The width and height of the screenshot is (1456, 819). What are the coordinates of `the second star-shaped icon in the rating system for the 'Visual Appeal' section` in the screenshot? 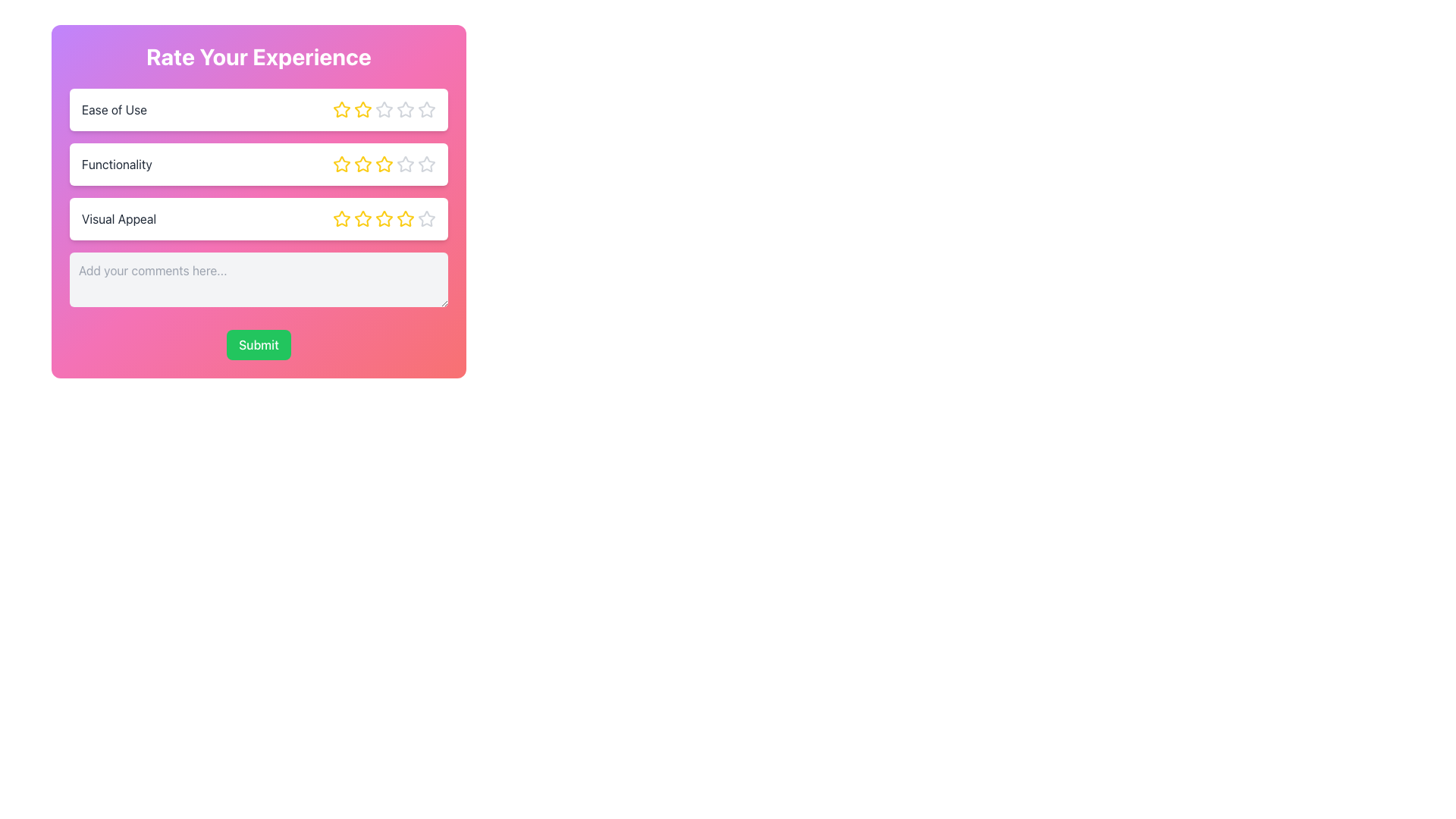 It's located at (362, 218).